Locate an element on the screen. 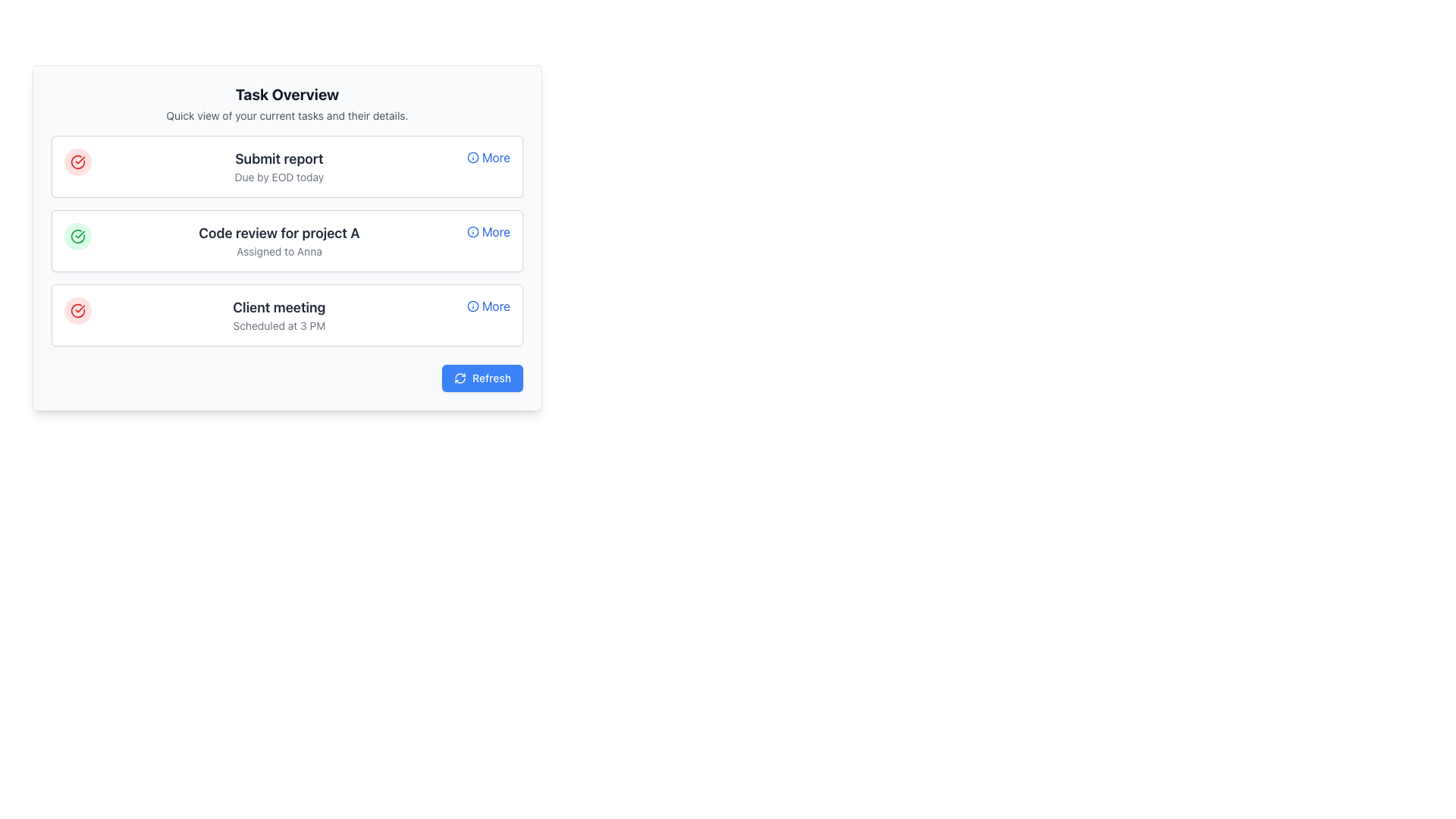 Image resolution: width=1456 pixels, height=819 pixels. displayed task information from the third task card which has a white background, a red circular icon on the left, a bold title 'Client meeting', a gray subtitle 'Scheduled at 3 PM', and a blue 'More' link on the right is located at coordinates (287, 315).